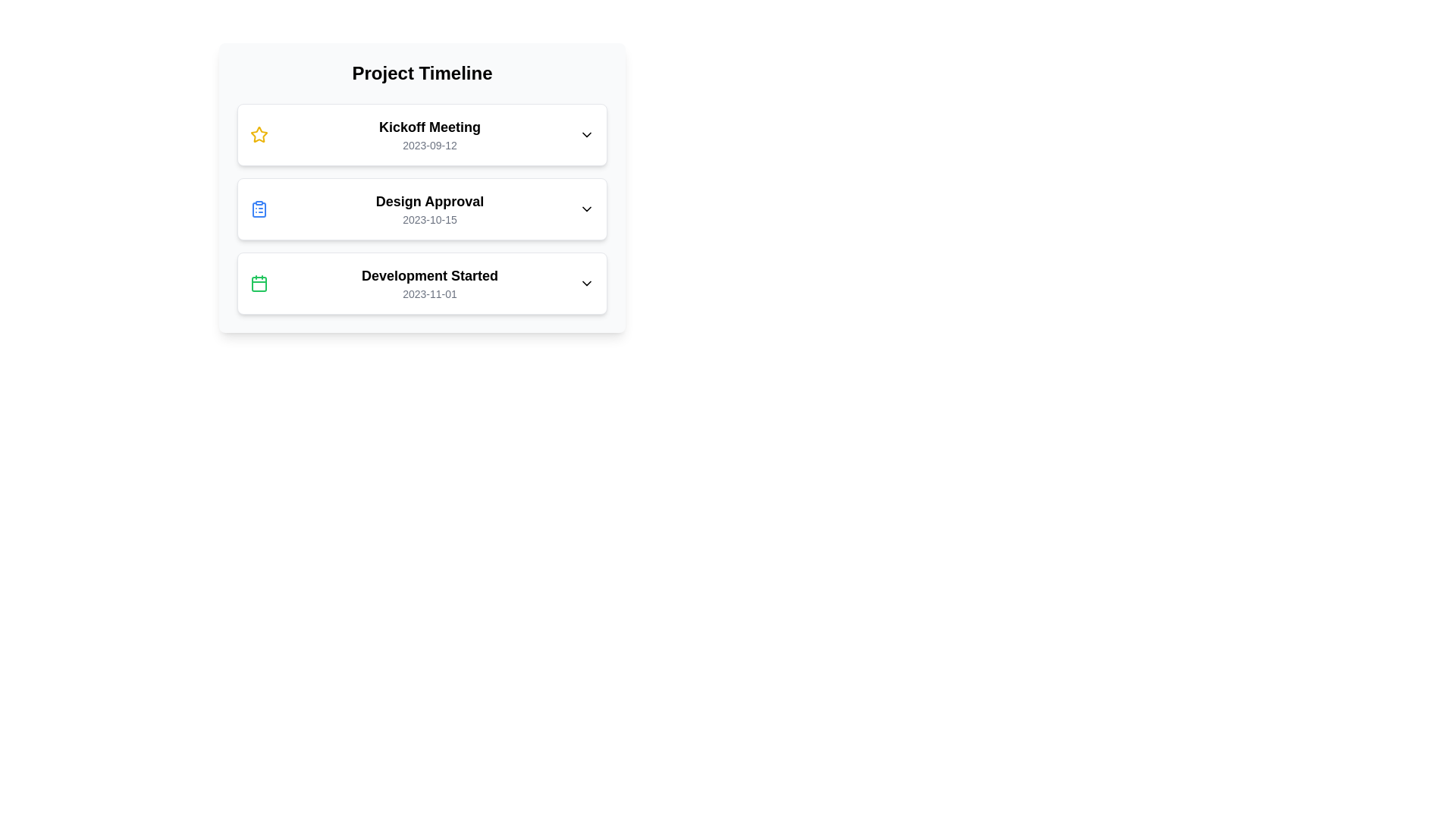  Describe the element at coordinates (428, 294) in the screenshot. I see `the text label displaying '2023-11-01' located below the heading 'Development Started' in the timeline section` at that location.